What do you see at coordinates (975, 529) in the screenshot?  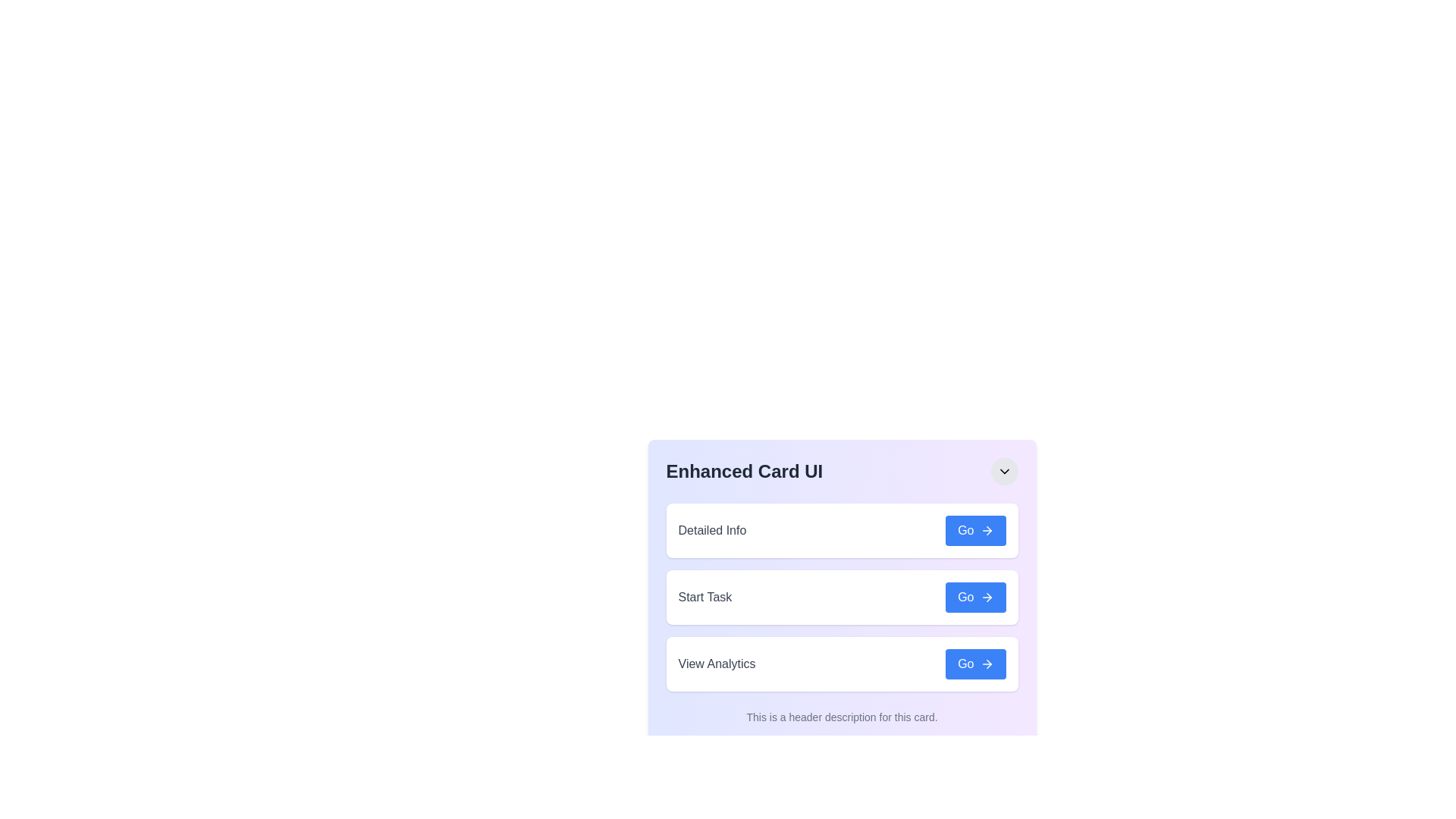 I see `the button labeled 'Go' with a blue background and a right-pointing arrow icon, located below 'Detailed Info' and above the 'Start Task' button to trigger hover effects` at bounding box center [975, 529].